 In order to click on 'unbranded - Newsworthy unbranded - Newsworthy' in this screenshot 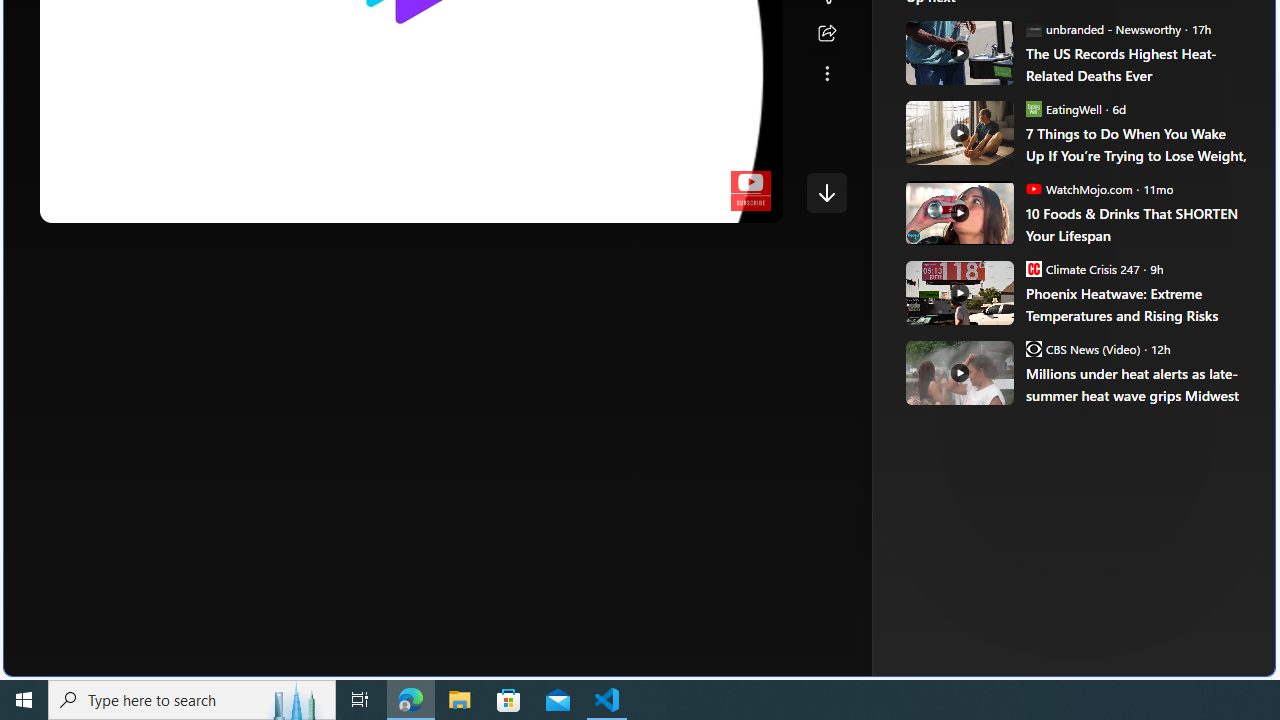, I will do `click(1102, 28)`.